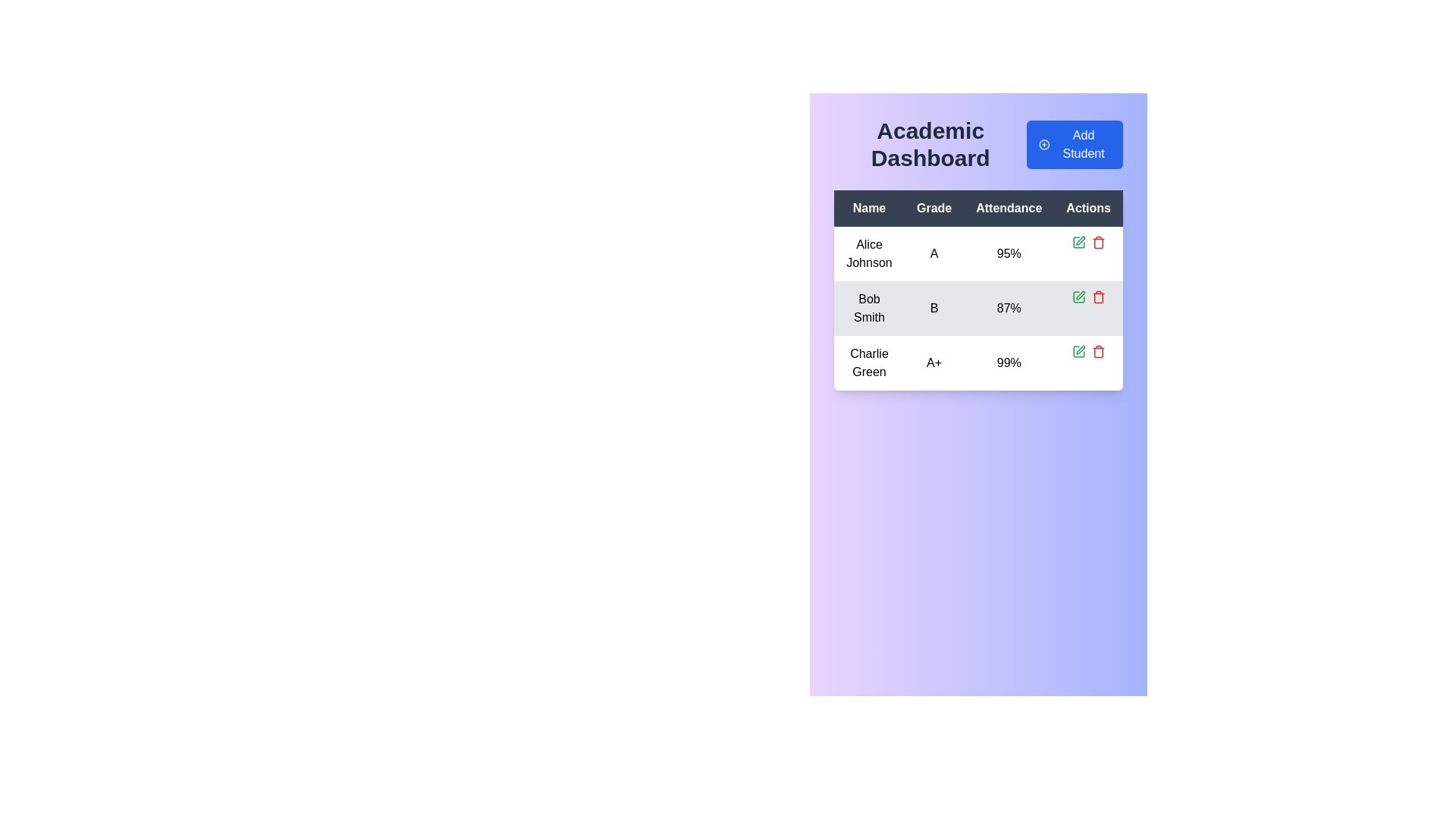  Describe the element at coordinates (1009, 208) in the screenshot. I see `the 'Attendance' text label element, which is styled in white font against a dark background and is positioned in the third spot of a header row between 'Grade' and 'Actions'` at that location.